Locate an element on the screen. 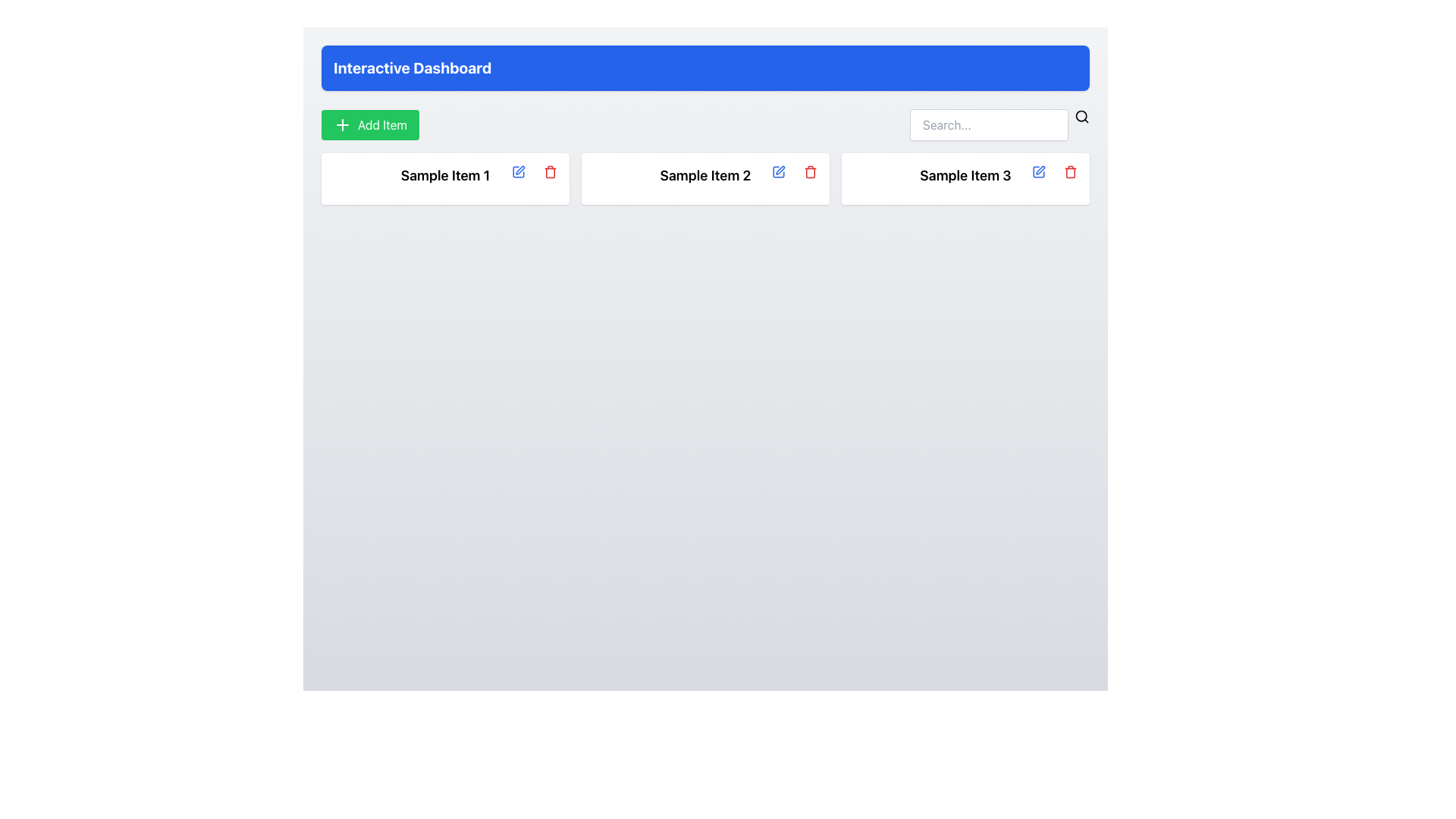 The image size is (1456, 819). the 'Interactive Dashboard' text label located in the top blue header bar to check for additional interactivity is located at coordinates (413, 67).